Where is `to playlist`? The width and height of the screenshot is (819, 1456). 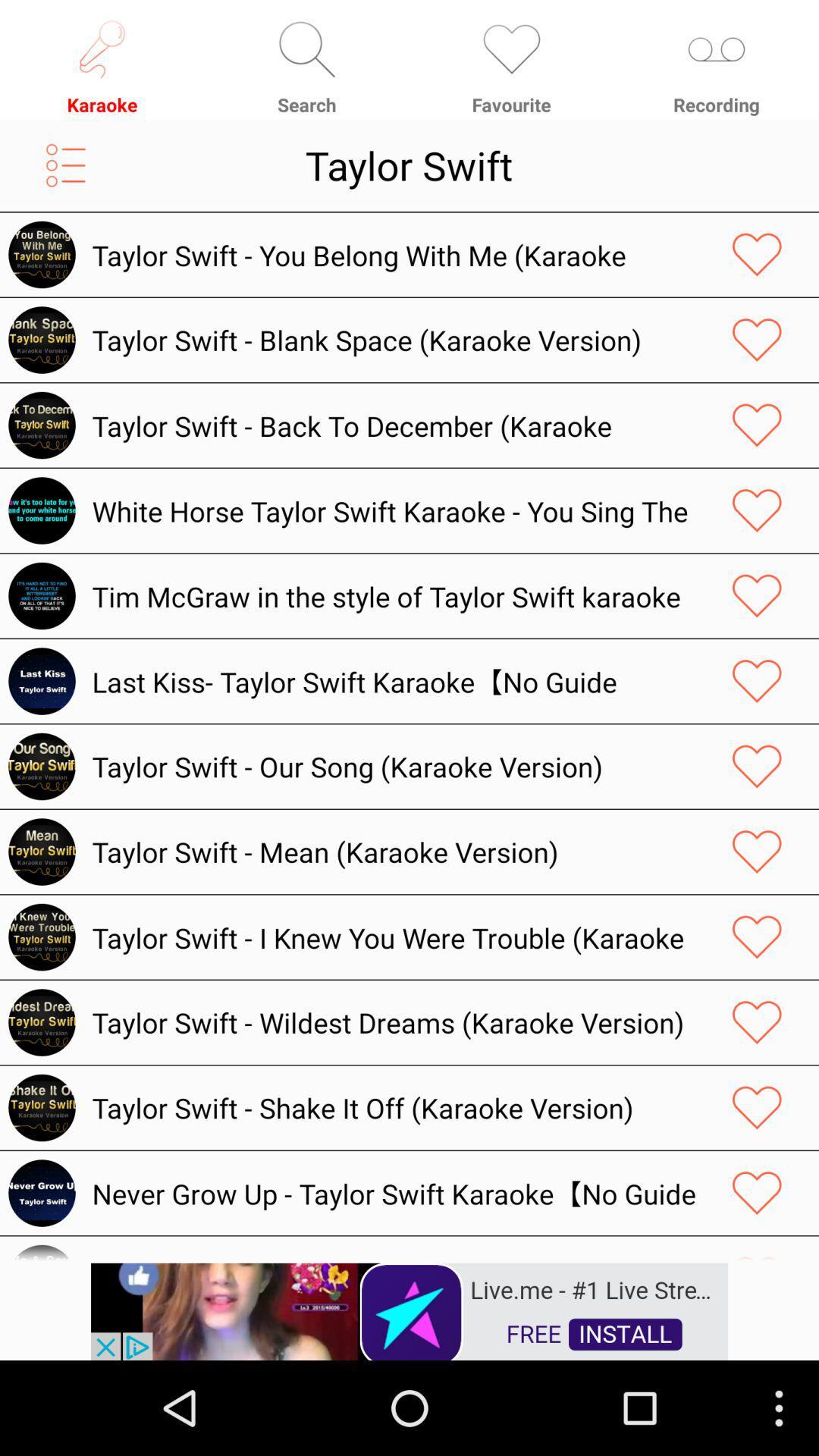
to playlist is located at coordinates (65, 165).